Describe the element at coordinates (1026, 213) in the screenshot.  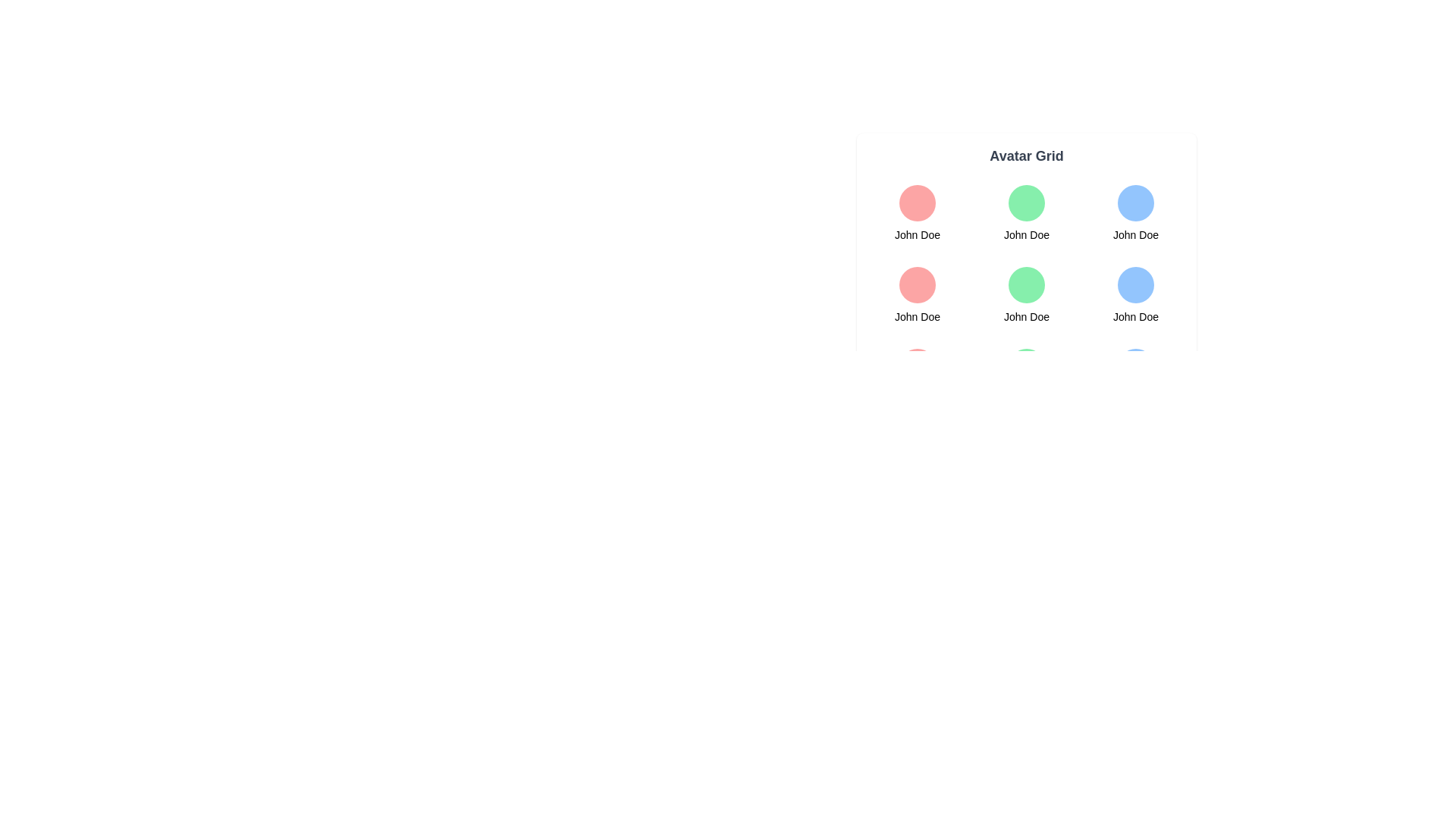
I see `the profile avatar labeled 'John Doe' with a circular green background` at that location.